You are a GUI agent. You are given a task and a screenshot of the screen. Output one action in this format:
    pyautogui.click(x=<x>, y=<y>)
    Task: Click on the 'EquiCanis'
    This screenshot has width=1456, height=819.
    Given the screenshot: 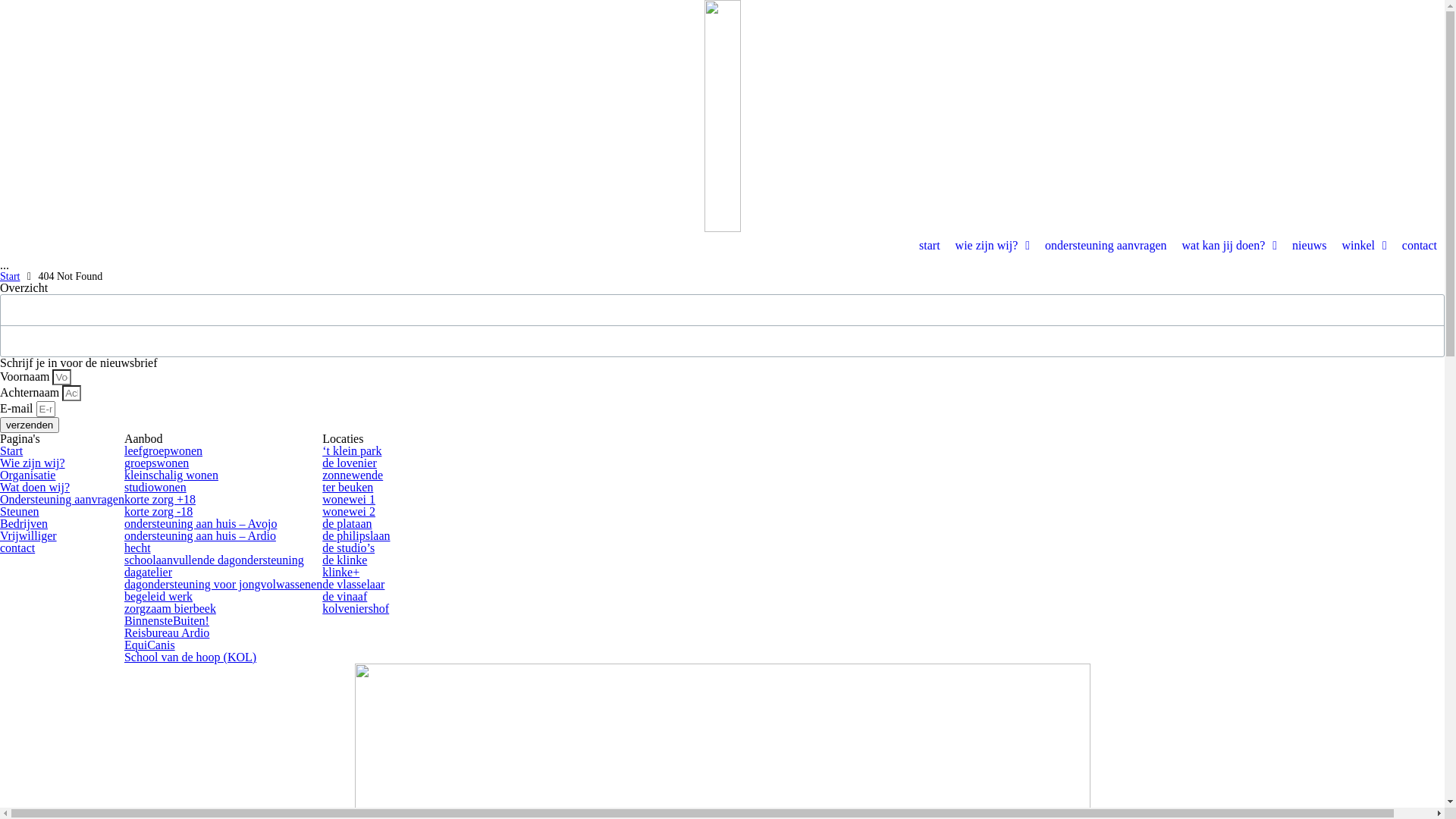 What is the action you would take?
    pyautogui.click(x=149, y=645)
    